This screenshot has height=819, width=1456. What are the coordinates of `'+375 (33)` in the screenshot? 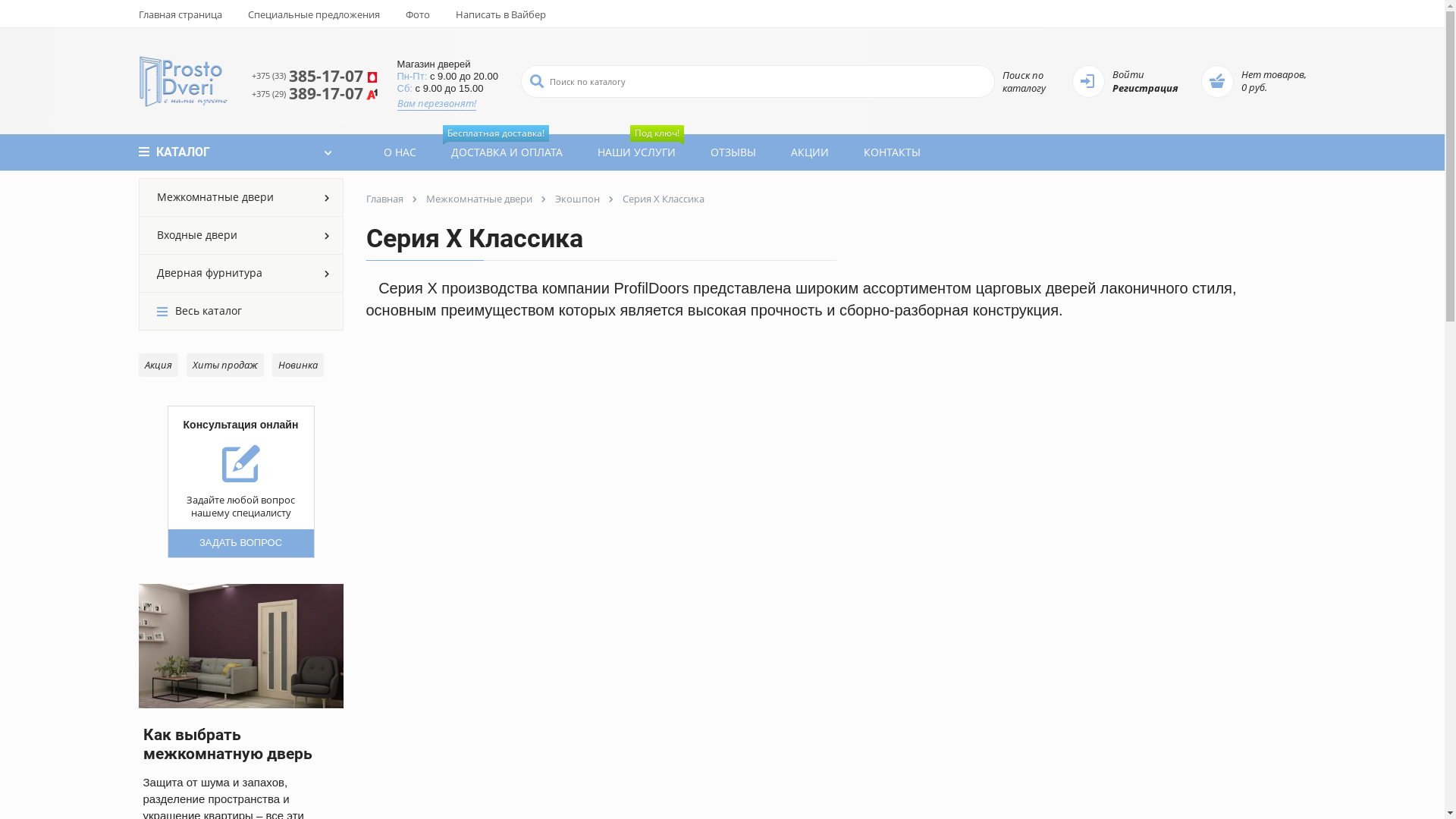 It's located at (314, 76).